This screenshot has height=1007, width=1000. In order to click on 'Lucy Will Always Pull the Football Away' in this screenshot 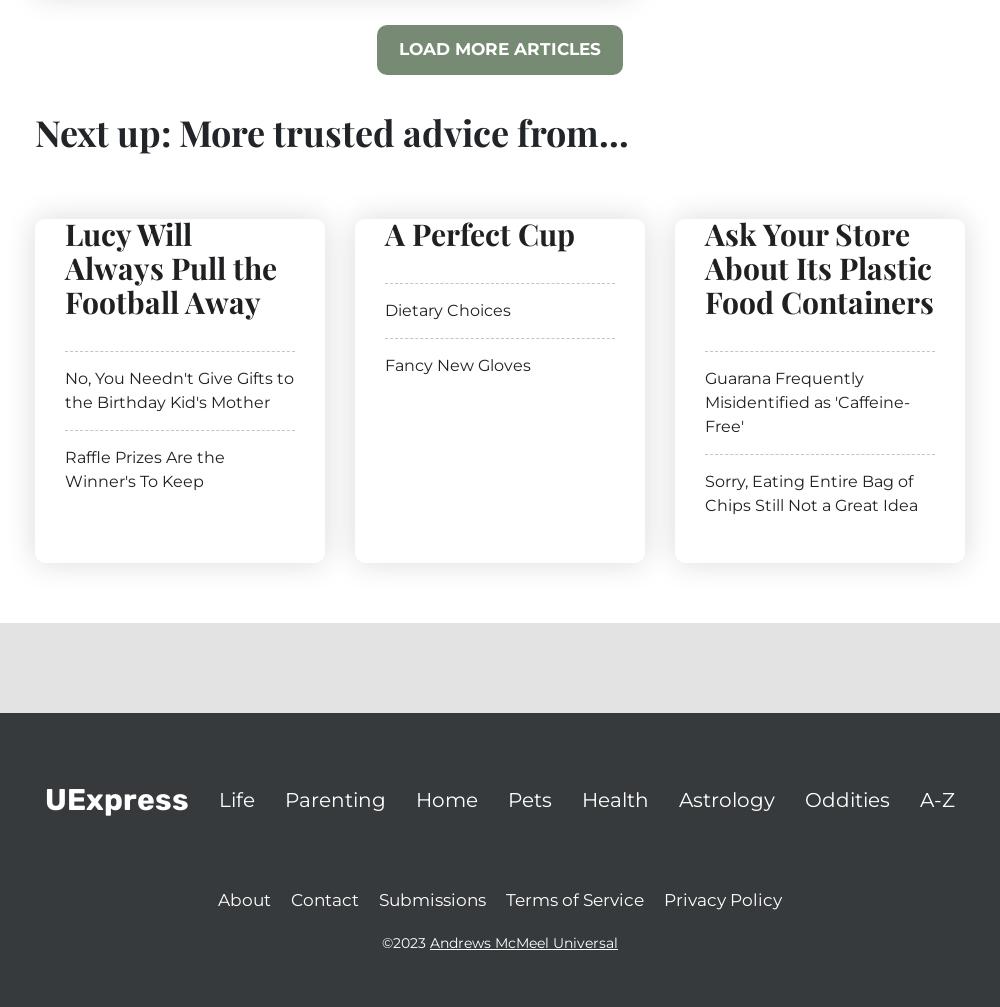, I will do `click(171, 266)`.